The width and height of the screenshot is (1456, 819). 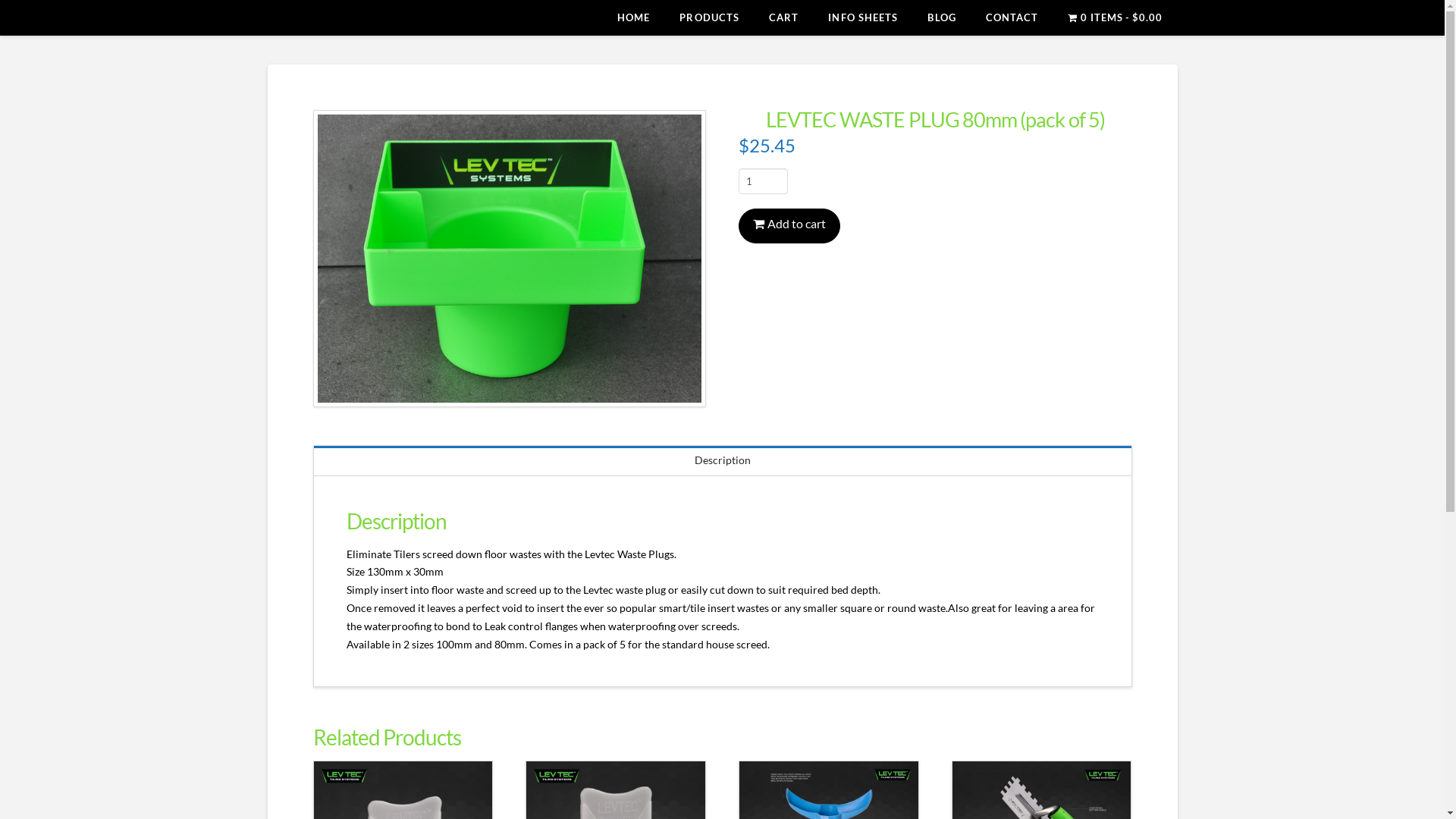 What do you see at coordinates (862, 17) in the screenshot?
I see `'INFO SHEETS'` at bounding box center [862, 17].